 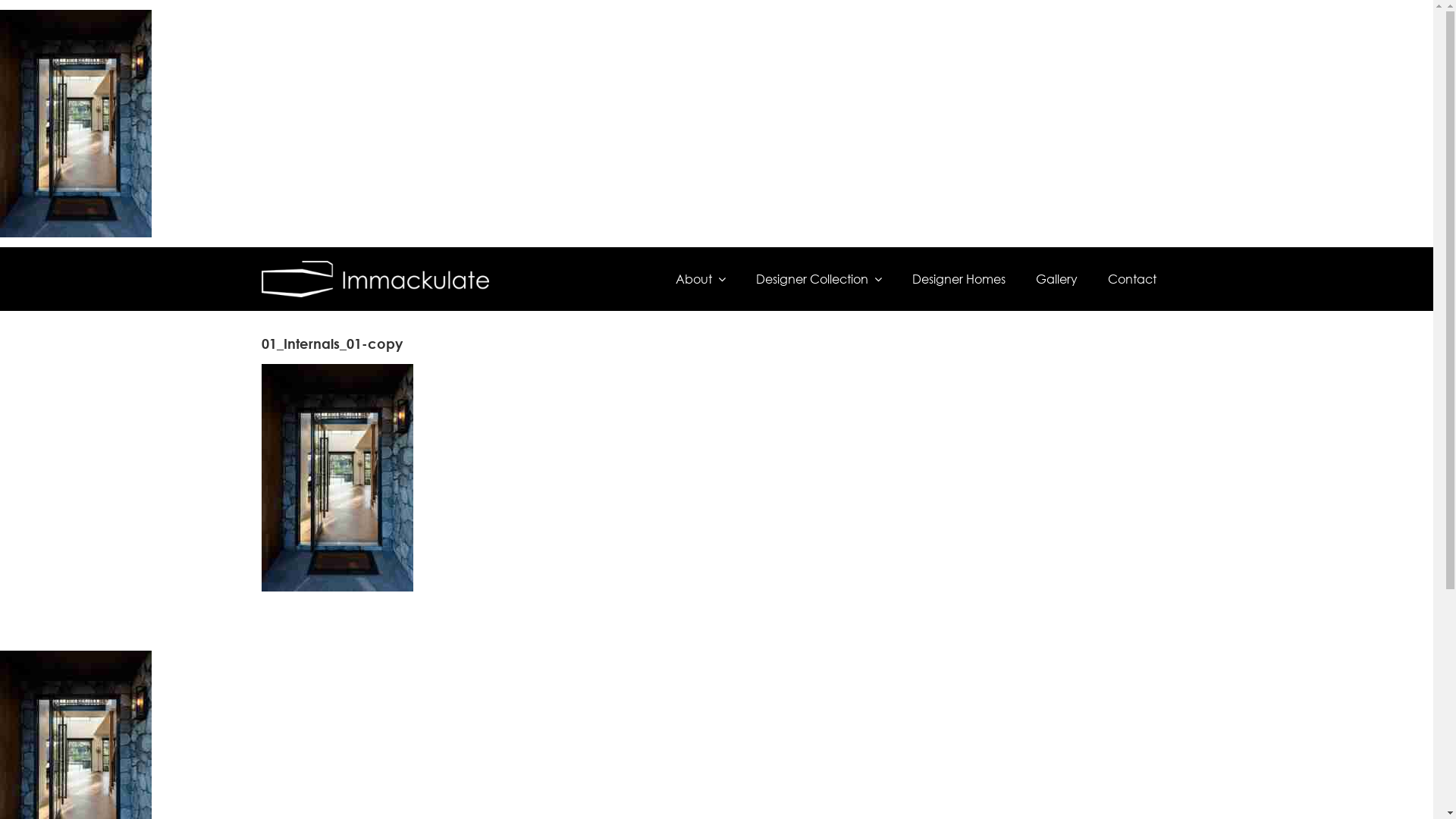 What do you see at coordinates (1056, 278) in the screenshot?
I see `'Gallery'` at bounding box center [1056, 278].